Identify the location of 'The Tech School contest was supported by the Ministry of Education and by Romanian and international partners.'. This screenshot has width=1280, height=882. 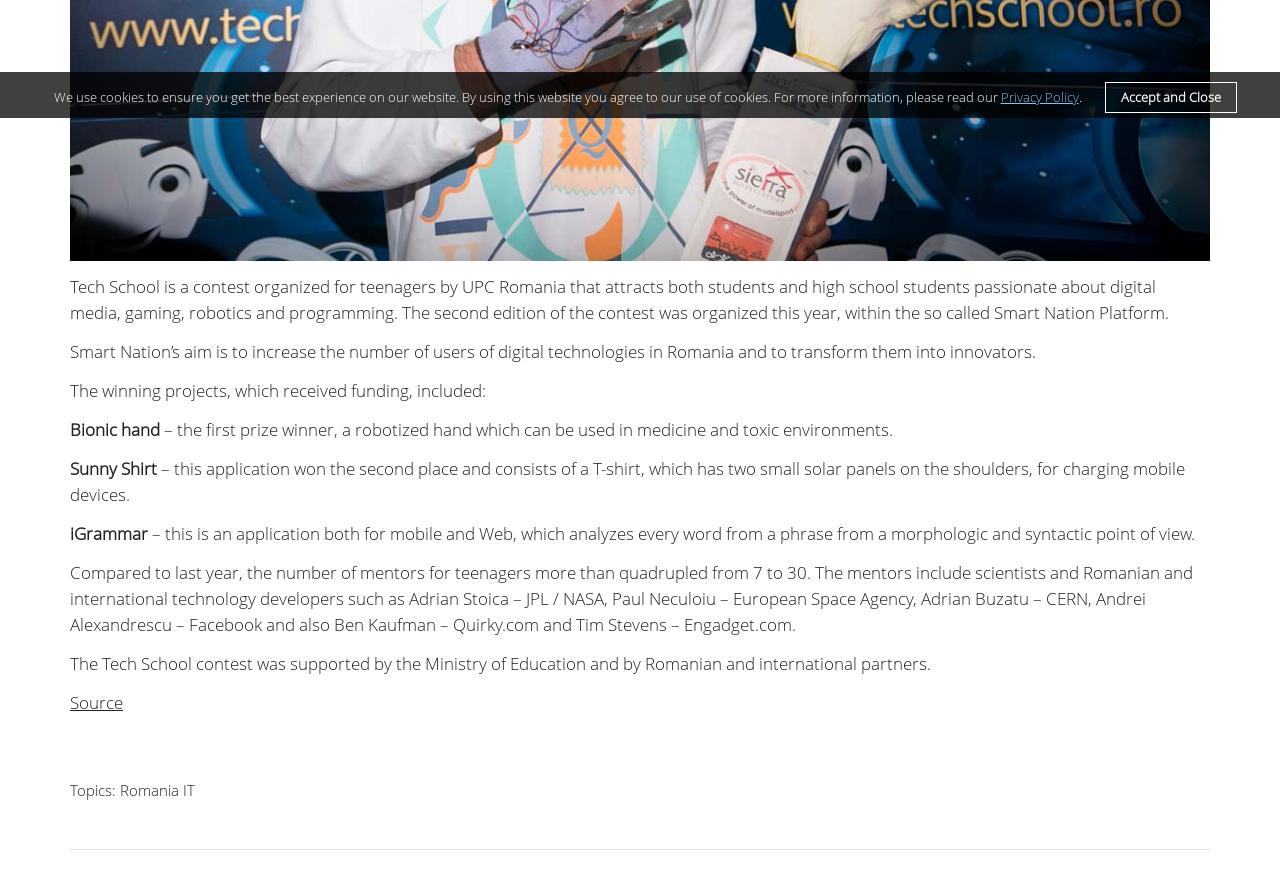
(500, 662).